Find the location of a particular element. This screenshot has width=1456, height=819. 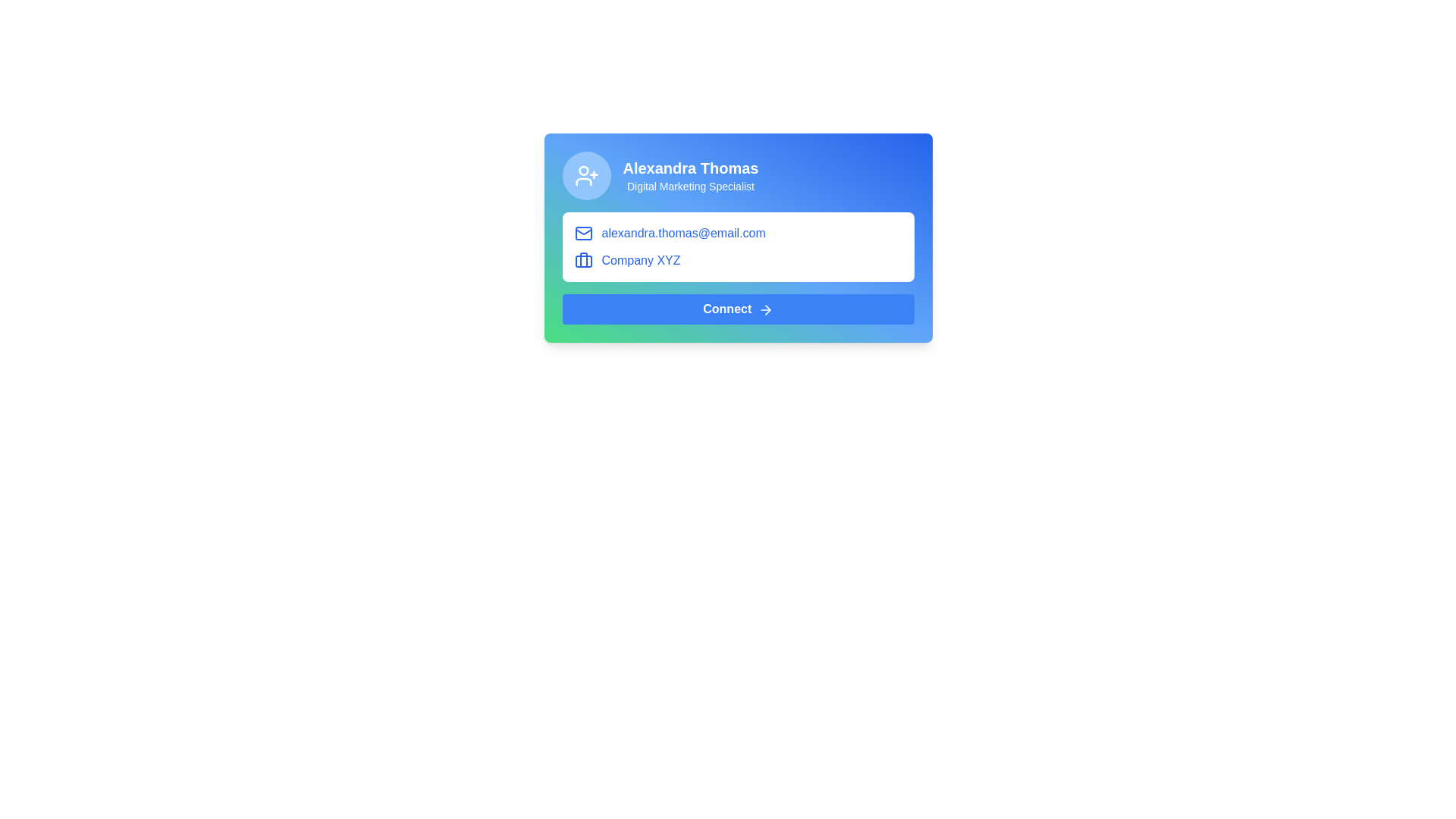

the button located at the bottom of the card that initiates a connection with Alexandra Thomas is located at coordinates (738, 309).